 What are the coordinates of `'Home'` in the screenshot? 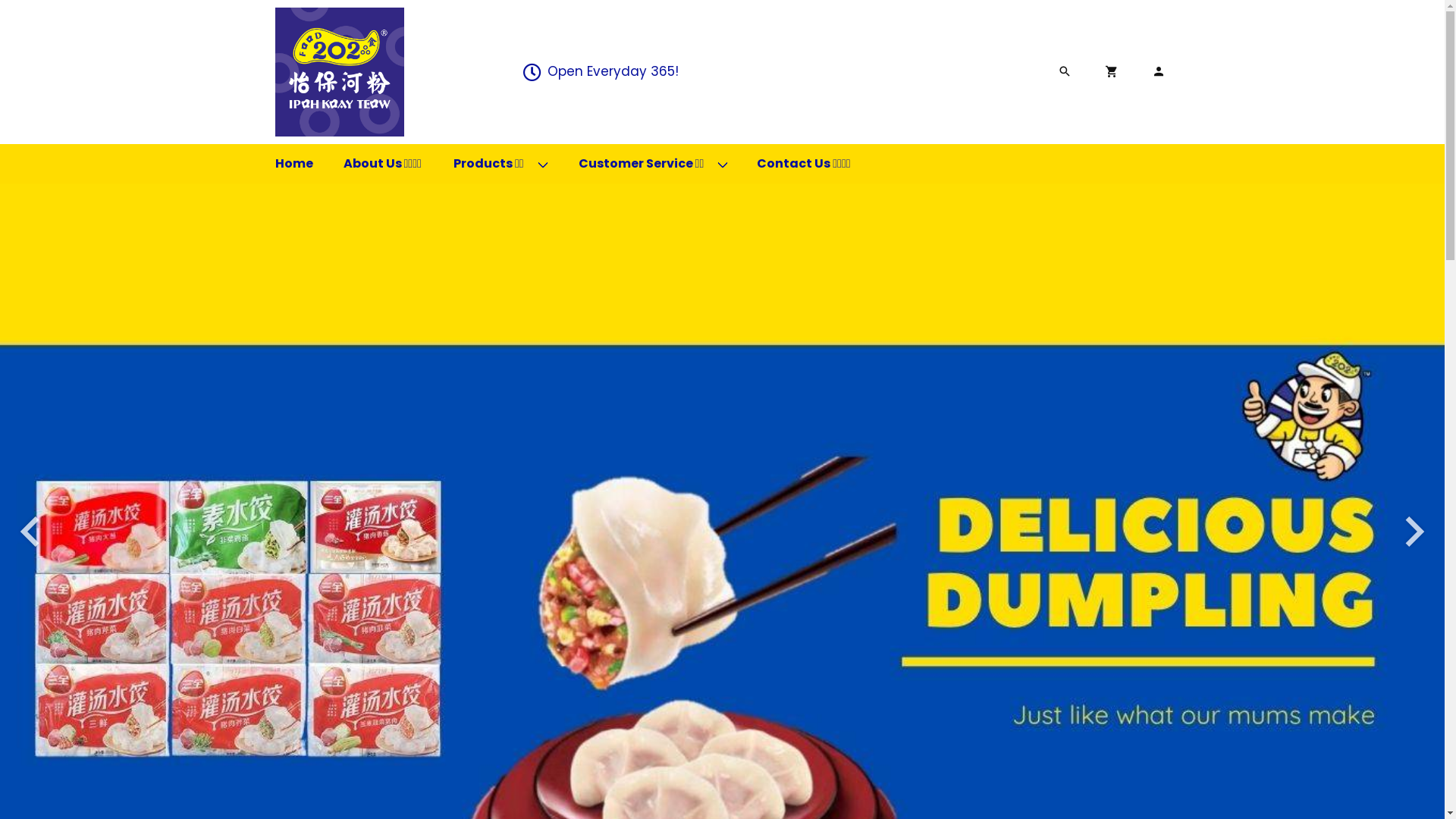 It's located at (293, 164).